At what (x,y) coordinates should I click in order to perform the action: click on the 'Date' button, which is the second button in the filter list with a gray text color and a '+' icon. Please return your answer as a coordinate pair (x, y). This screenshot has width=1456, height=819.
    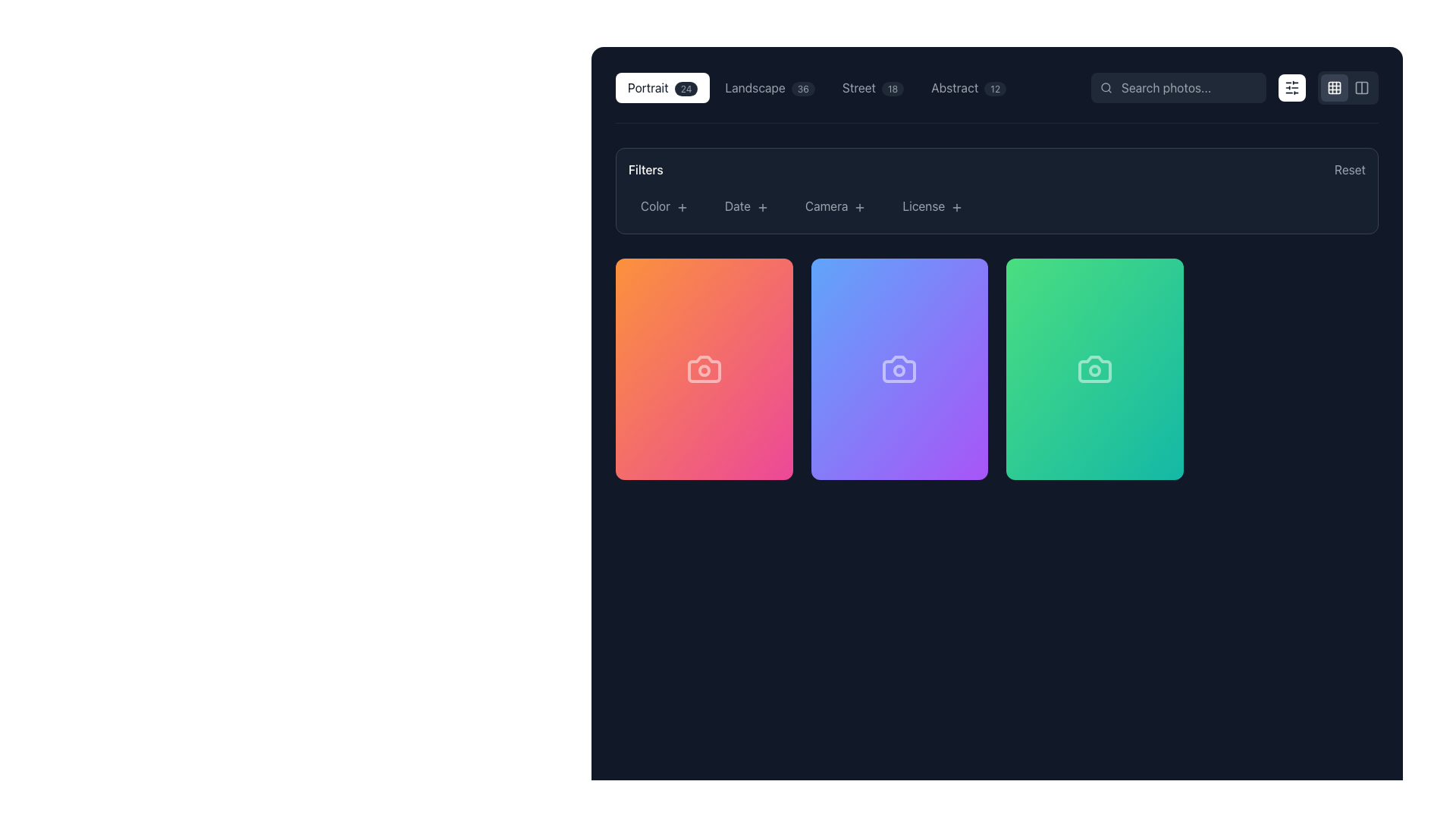
    Looking at the image, I should click on (746, 206).